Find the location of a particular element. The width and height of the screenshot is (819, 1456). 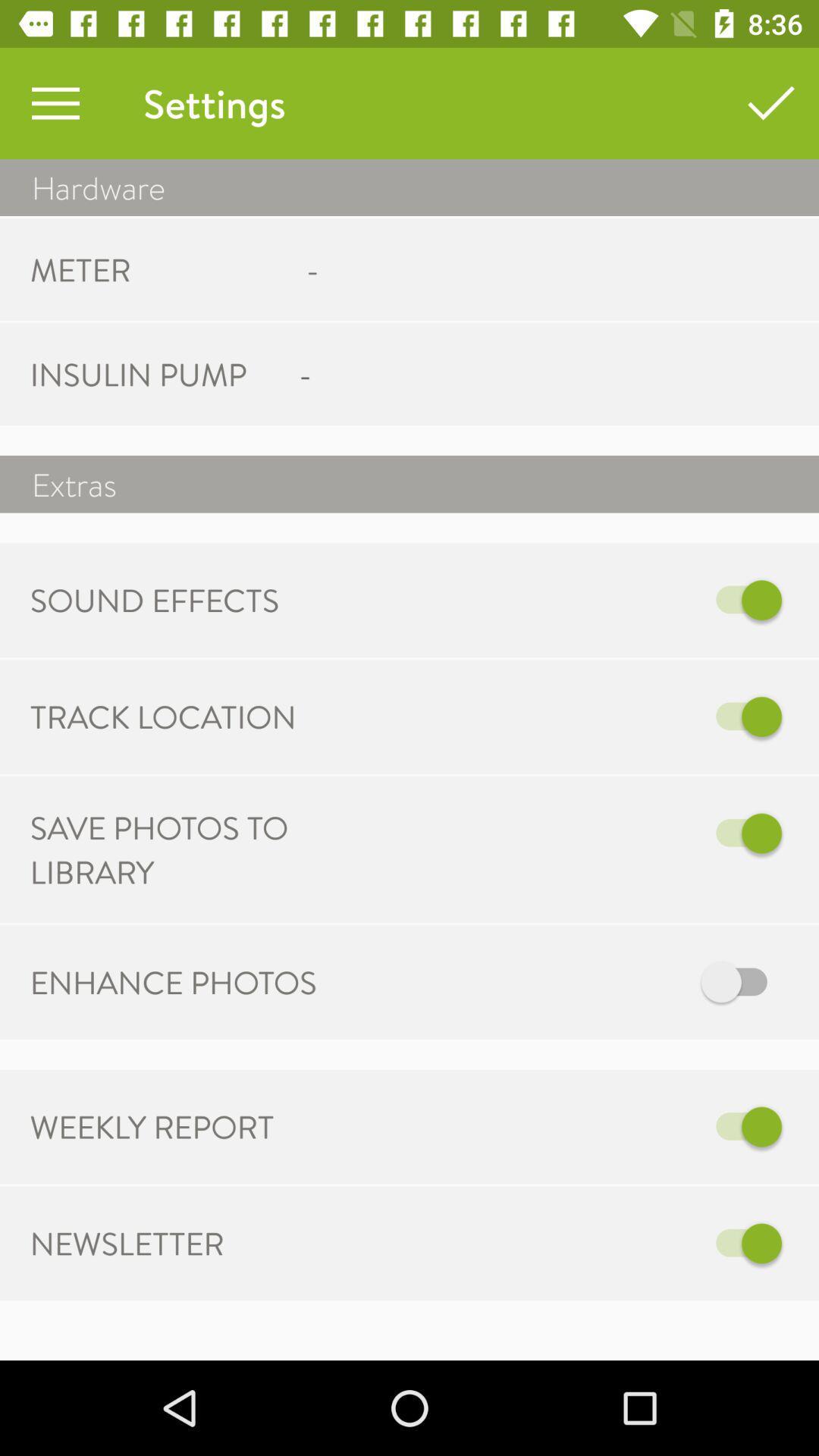

item to the right of weekly report item is located at coordinates (566, 1127).